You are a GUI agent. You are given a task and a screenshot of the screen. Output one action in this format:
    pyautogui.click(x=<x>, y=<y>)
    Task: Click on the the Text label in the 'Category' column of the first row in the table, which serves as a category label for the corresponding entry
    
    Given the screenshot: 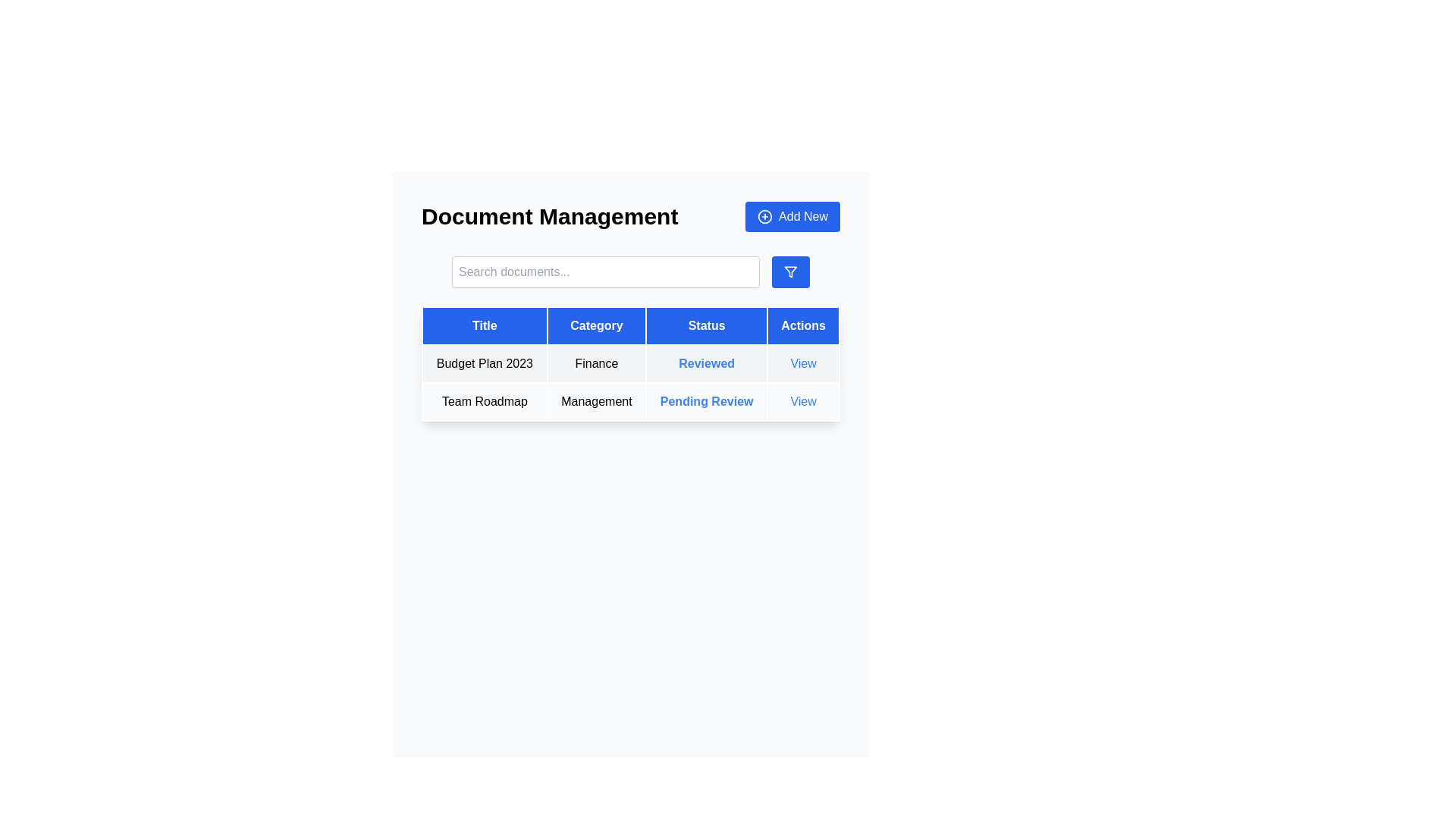 What is the action you would take?
    pyautogui.click(x=596, y=363)
    